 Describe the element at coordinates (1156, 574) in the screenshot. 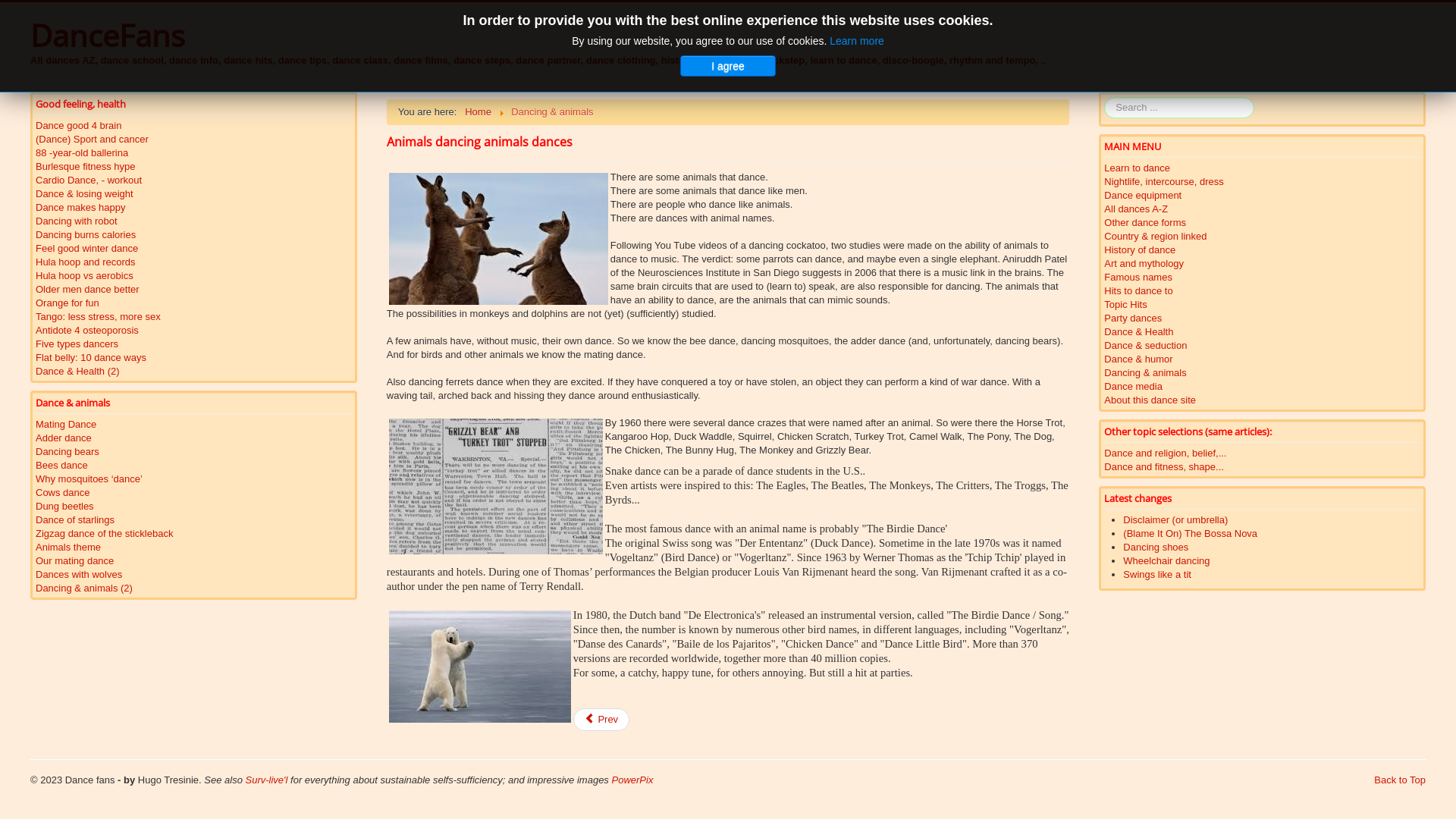

I see `'Swings like a tit'` at that location.